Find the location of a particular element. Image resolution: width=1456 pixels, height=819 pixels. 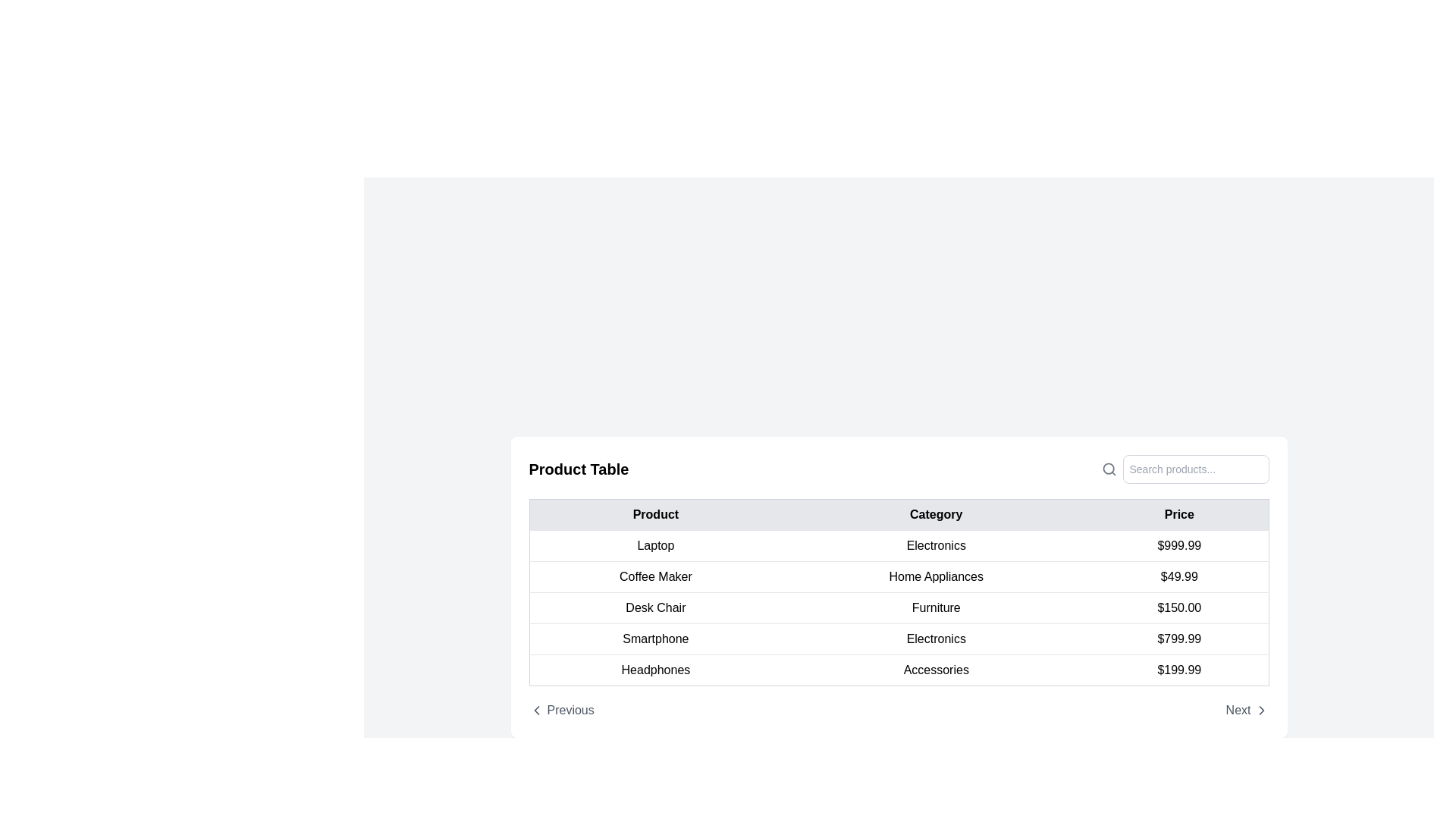

the right arrow navigation button styled as an SVG chevron located in the bottom-right corner of the interface is located at coordinates (1261, 710).